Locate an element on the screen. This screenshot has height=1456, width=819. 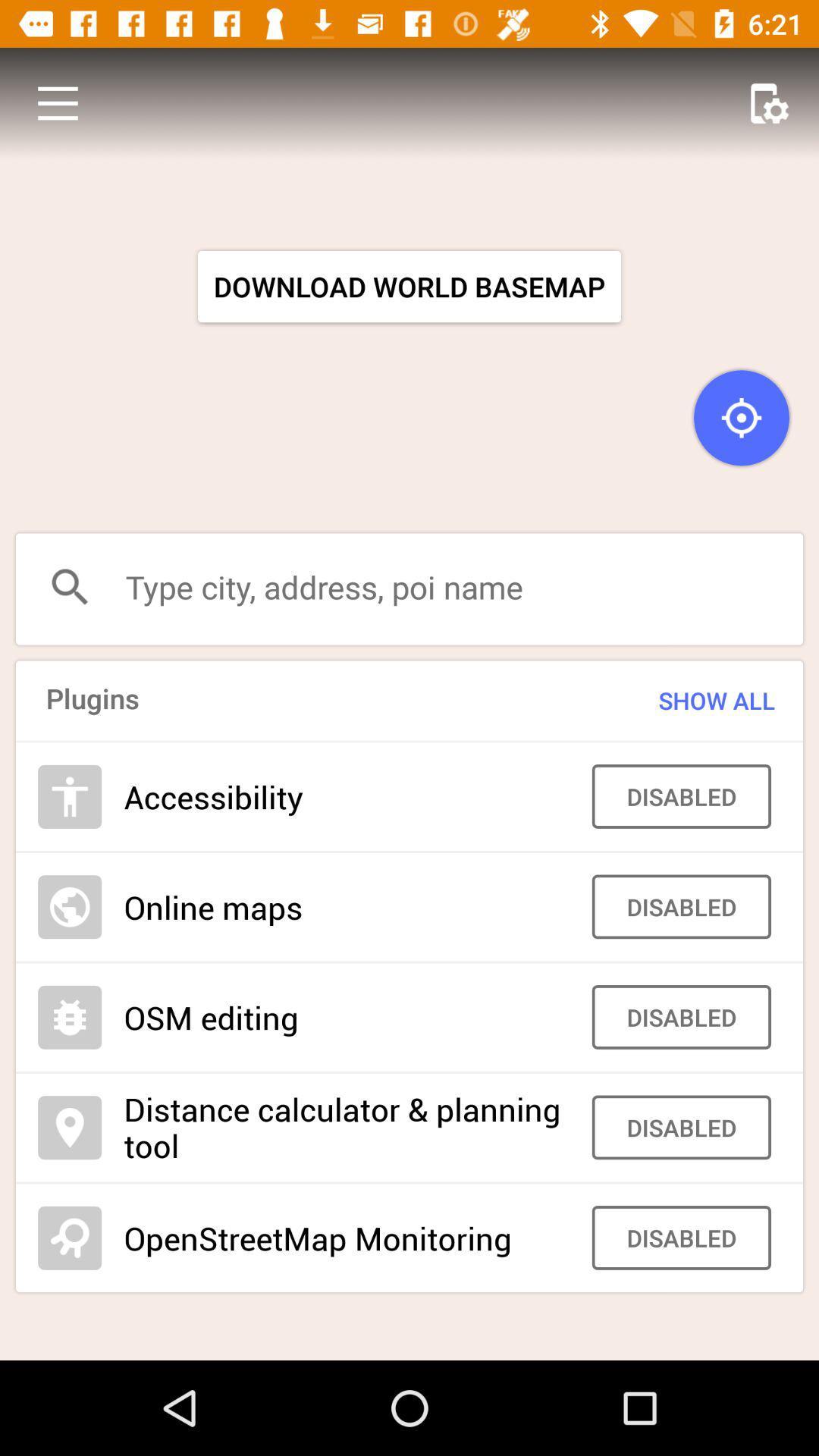
icon below the type city address is located at coordinates (687, 700).